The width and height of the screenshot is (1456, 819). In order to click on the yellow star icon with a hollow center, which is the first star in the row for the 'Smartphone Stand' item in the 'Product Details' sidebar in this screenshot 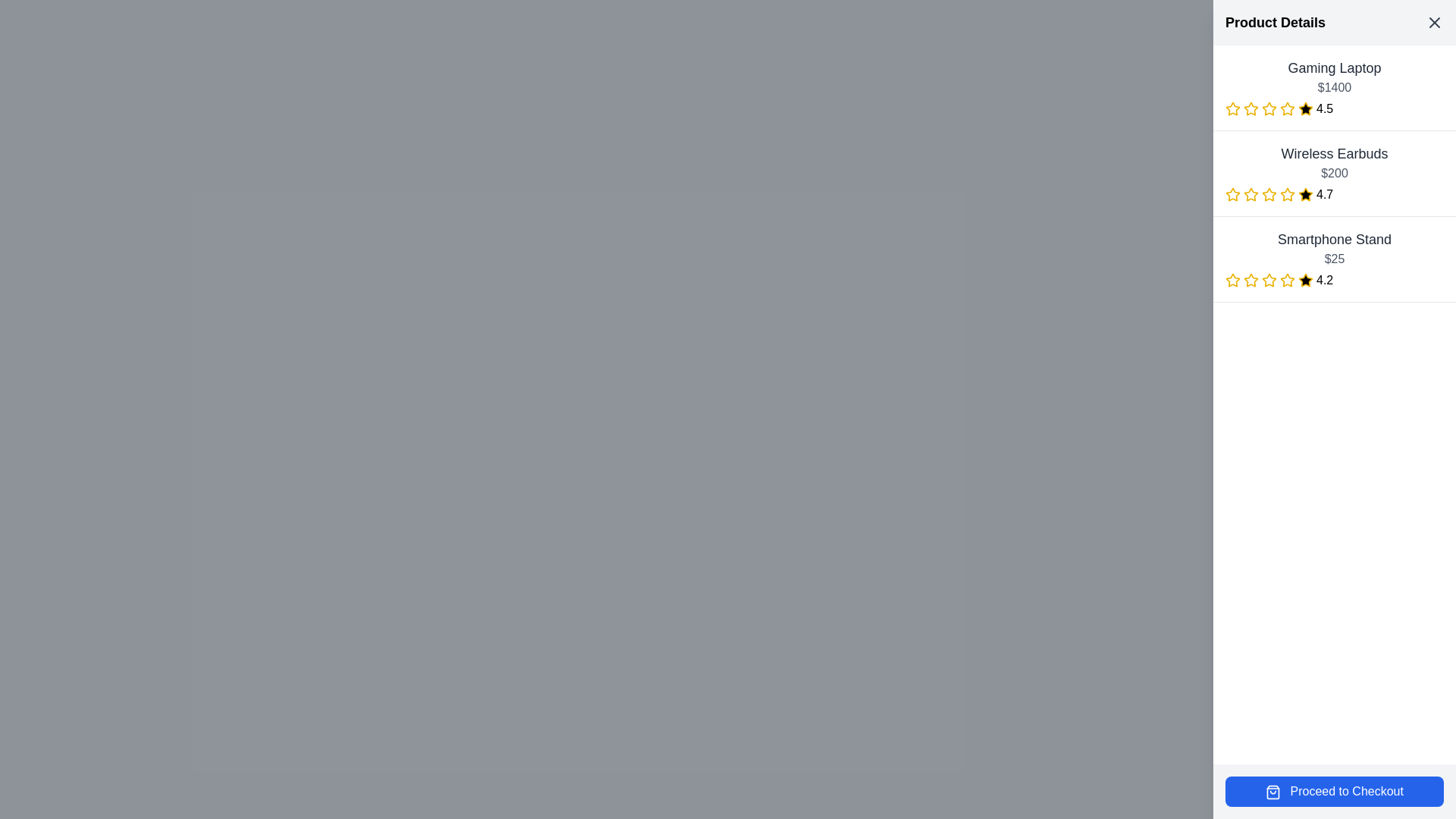, I will do `click(1233, 281)`.